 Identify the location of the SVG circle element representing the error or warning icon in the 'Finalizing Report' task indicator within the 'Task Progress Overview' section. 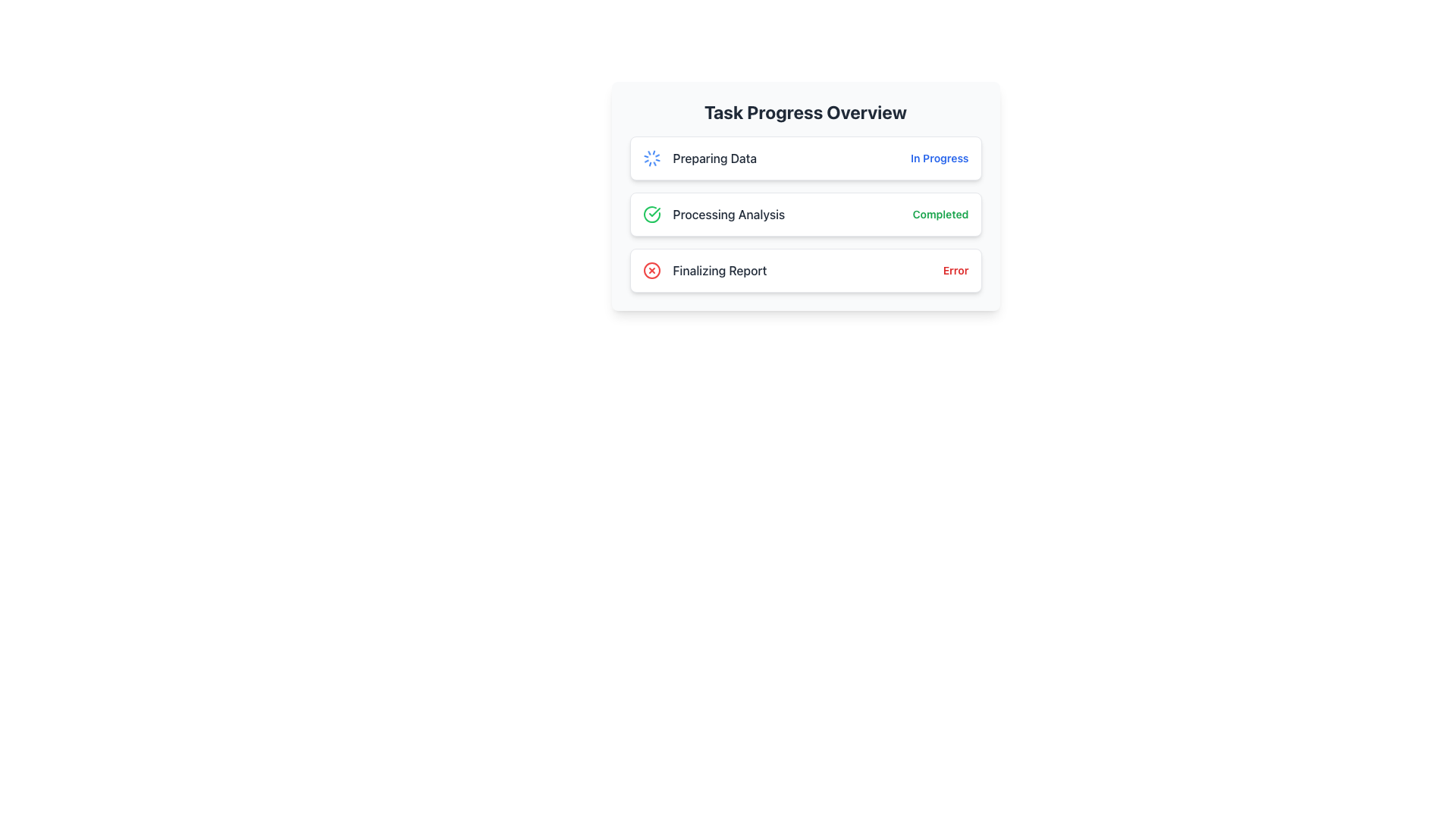
(651, 270).